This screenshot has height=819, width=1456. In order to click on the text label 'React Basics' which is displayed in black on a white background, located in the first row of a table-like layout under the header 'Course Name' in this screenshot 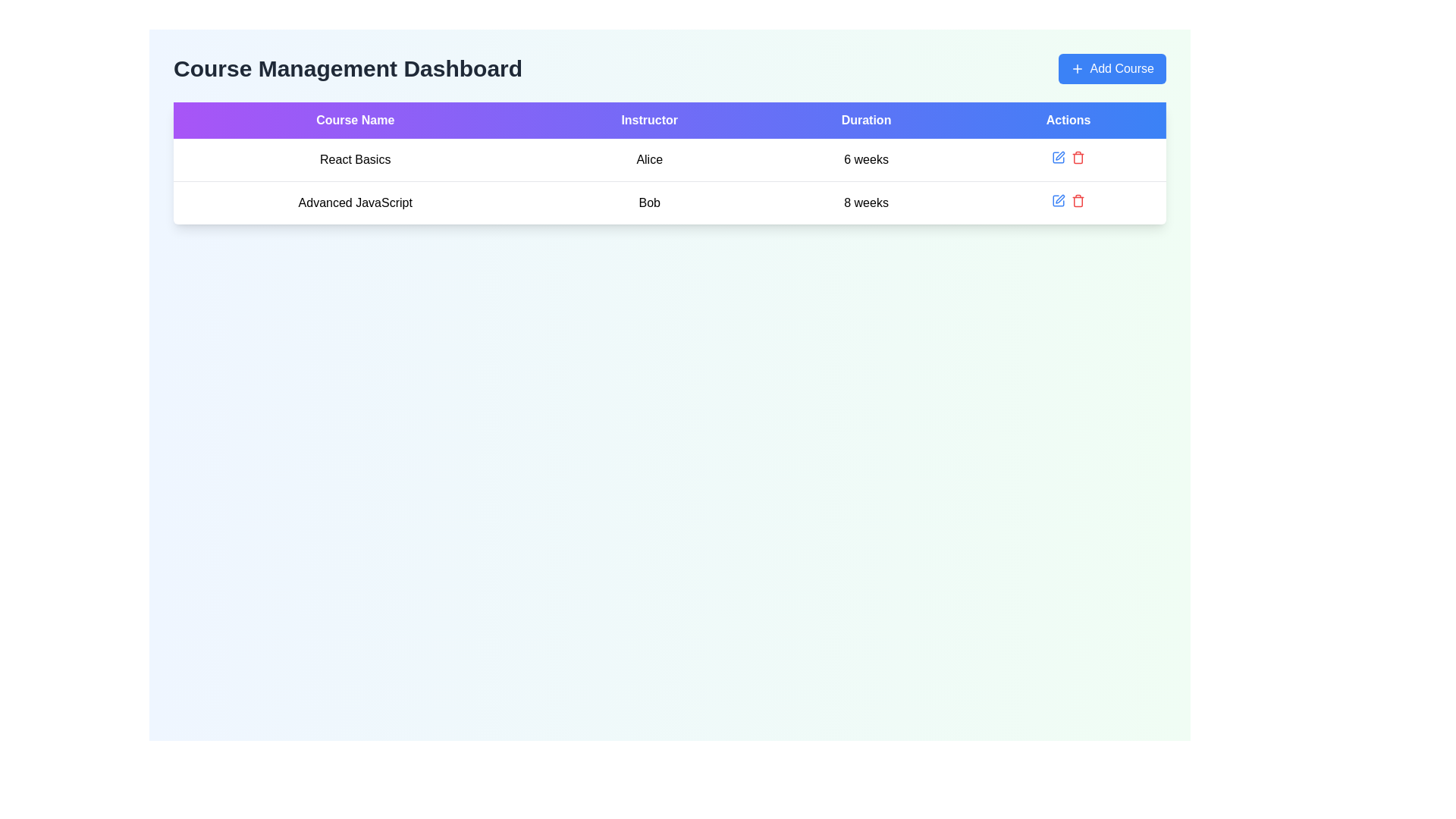, I will do `click(354, 160)`.